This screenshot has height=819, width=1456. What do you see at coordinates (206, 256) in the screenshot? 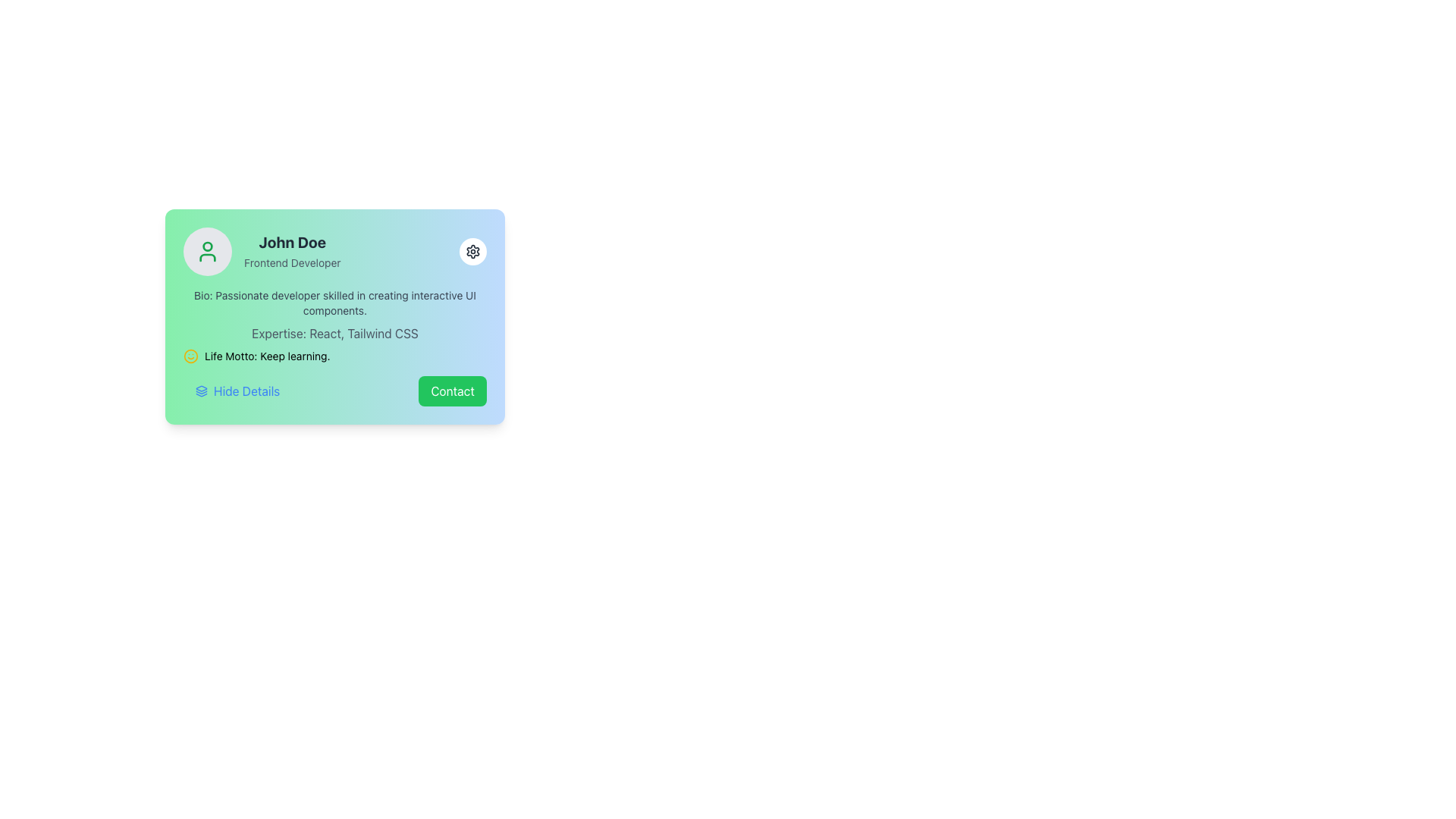
I see `the lower part of the user silhouette SVG icon, which depicts the outline of shoulders and neck in the profile picture on the user card` at bounding box center [206, 256].